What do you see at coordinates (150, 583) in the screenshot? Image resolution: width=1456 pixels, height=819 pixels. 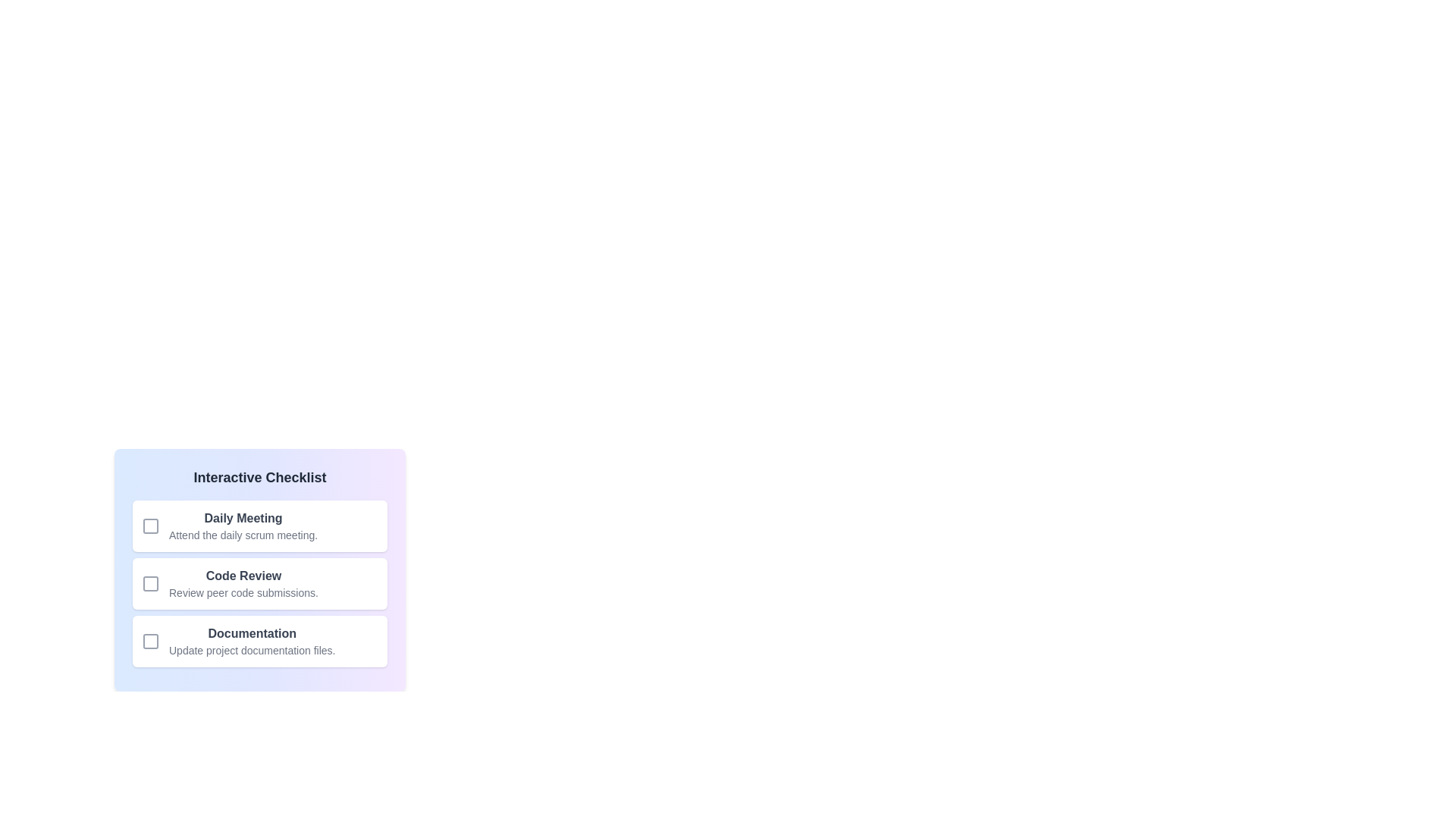 I see `the checkbox for the 'Code Review' task` at bounding box center [150, 583].